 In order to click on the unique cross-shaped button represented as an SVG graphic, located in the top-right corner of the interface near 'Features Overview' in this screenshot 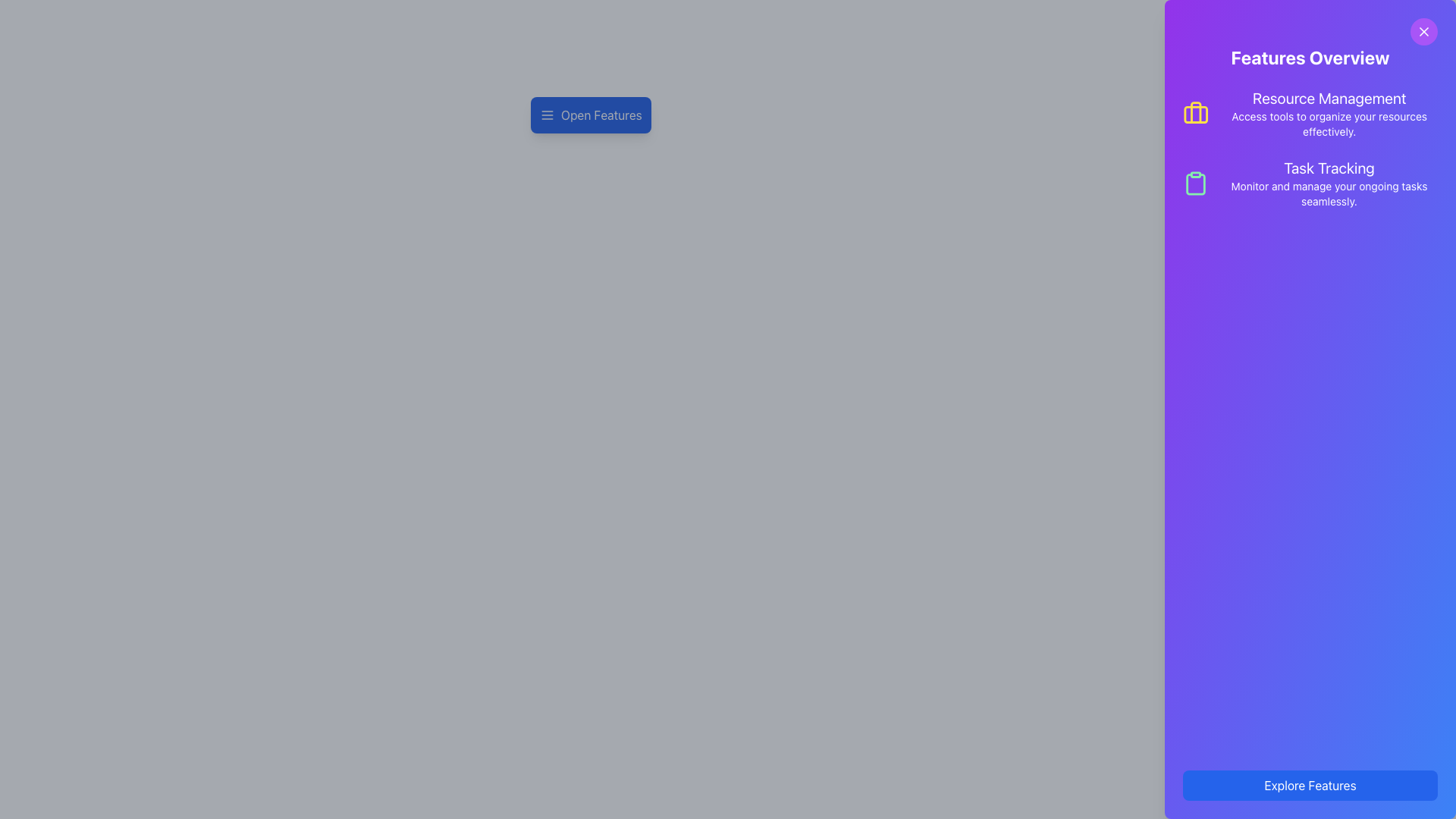, I will do `click(1423, 32)`.